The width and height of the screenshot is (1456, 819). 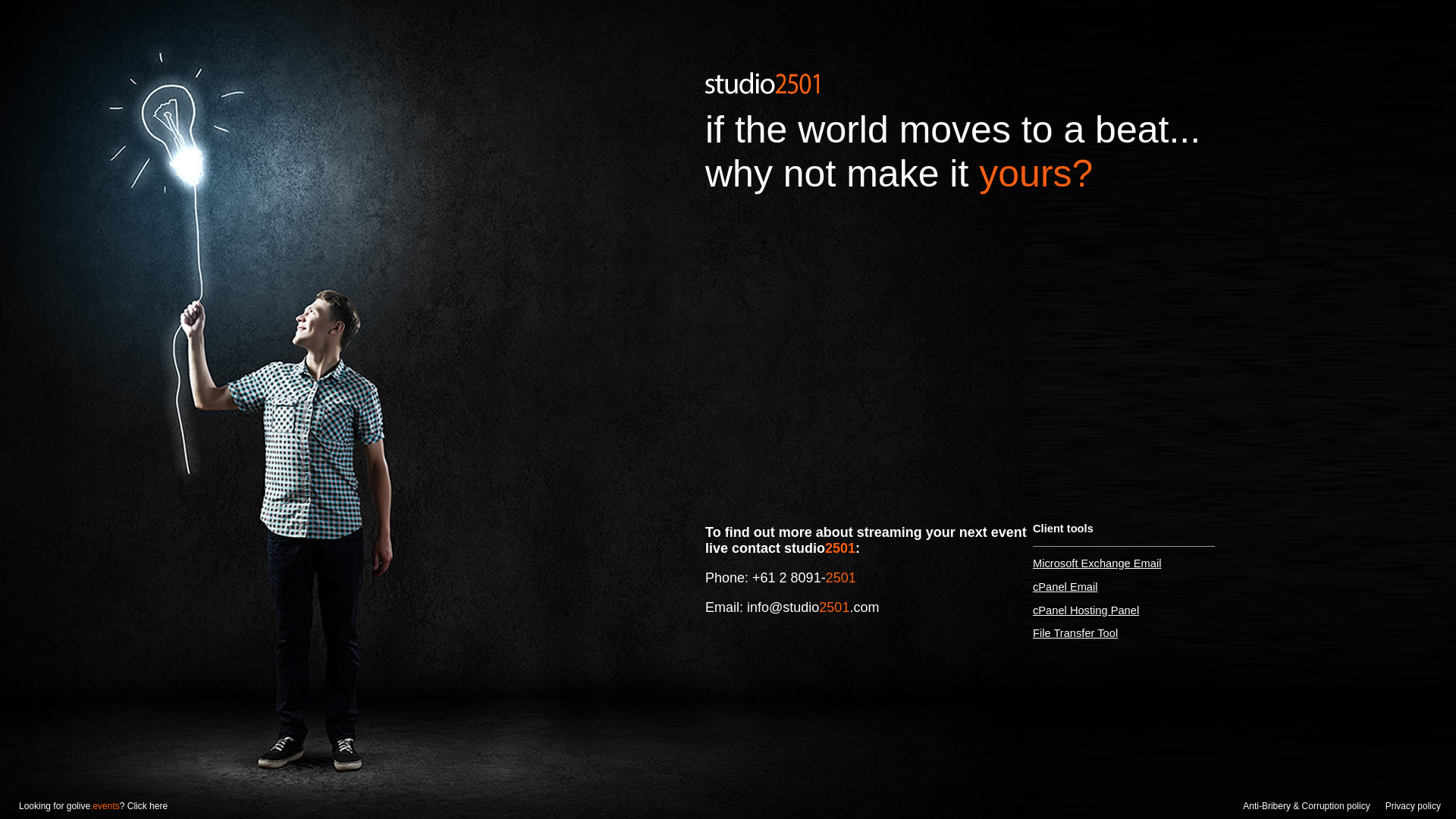 I want to click on 'Microsoft Exchange Email', so click(x=1097, y=563).